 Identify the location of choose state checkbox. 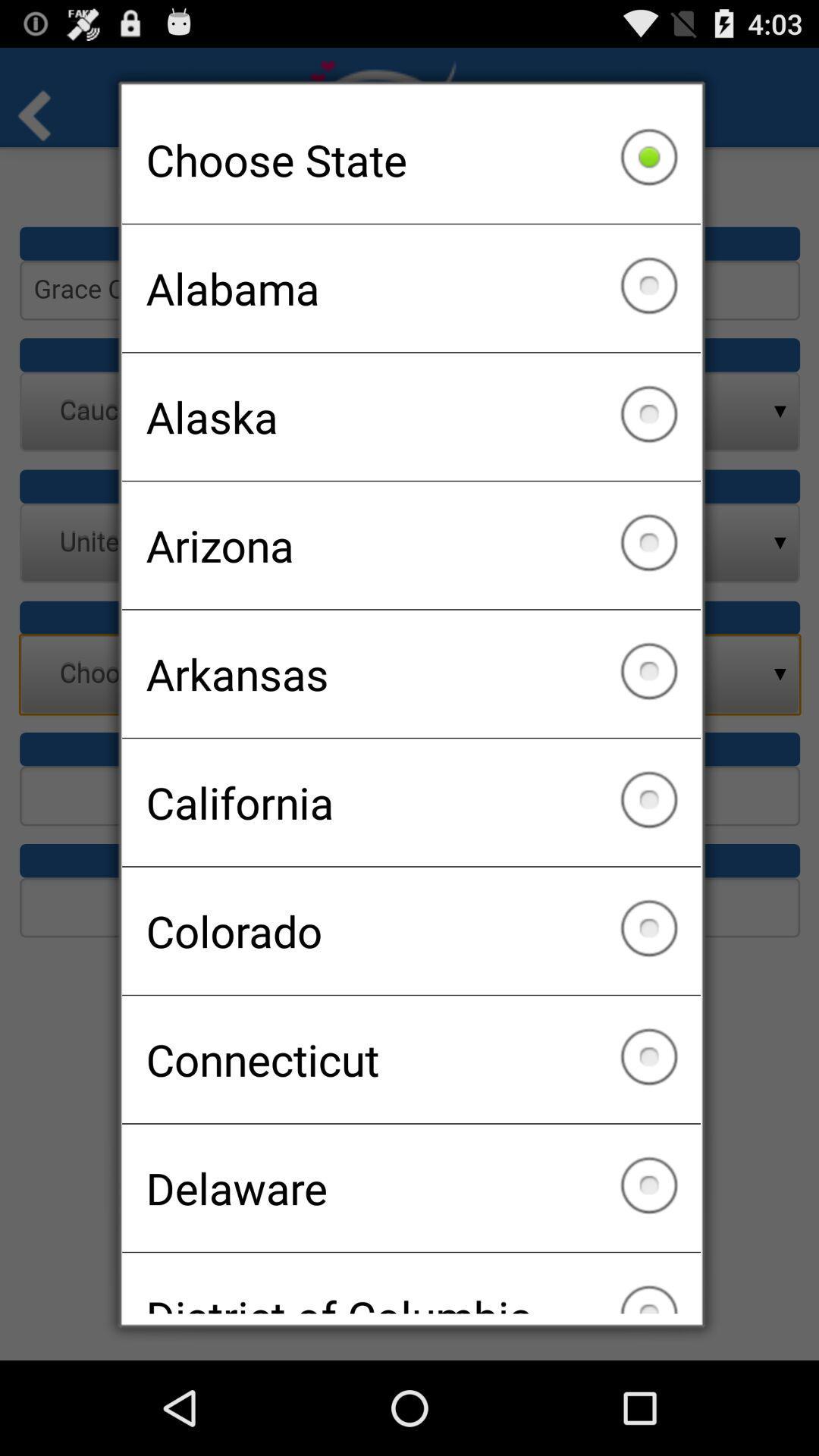
(411, 159).